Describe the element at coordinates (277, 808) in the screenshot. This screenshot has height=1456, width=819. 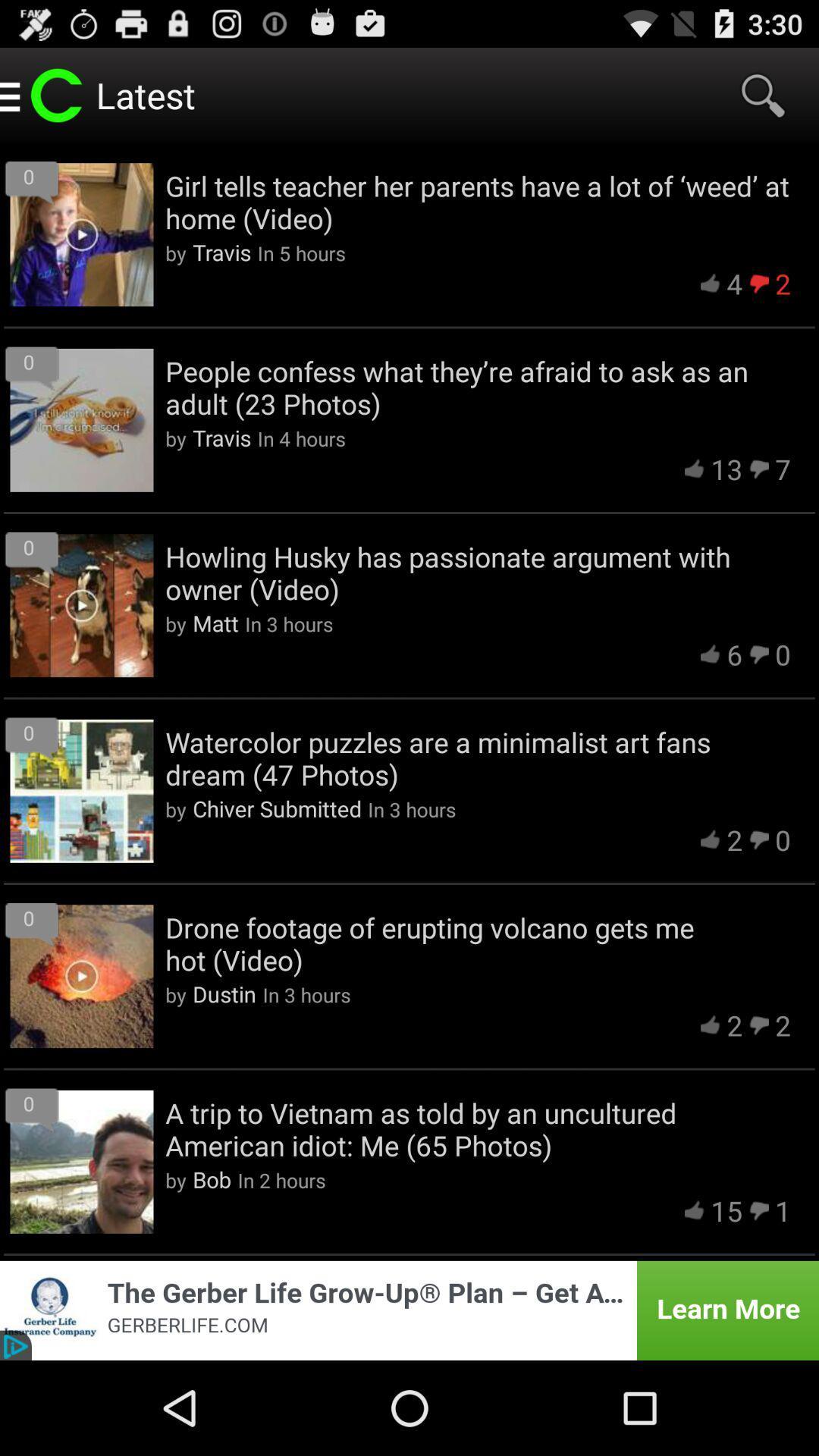
I see `the icon next to in 3 hours item` at that location.